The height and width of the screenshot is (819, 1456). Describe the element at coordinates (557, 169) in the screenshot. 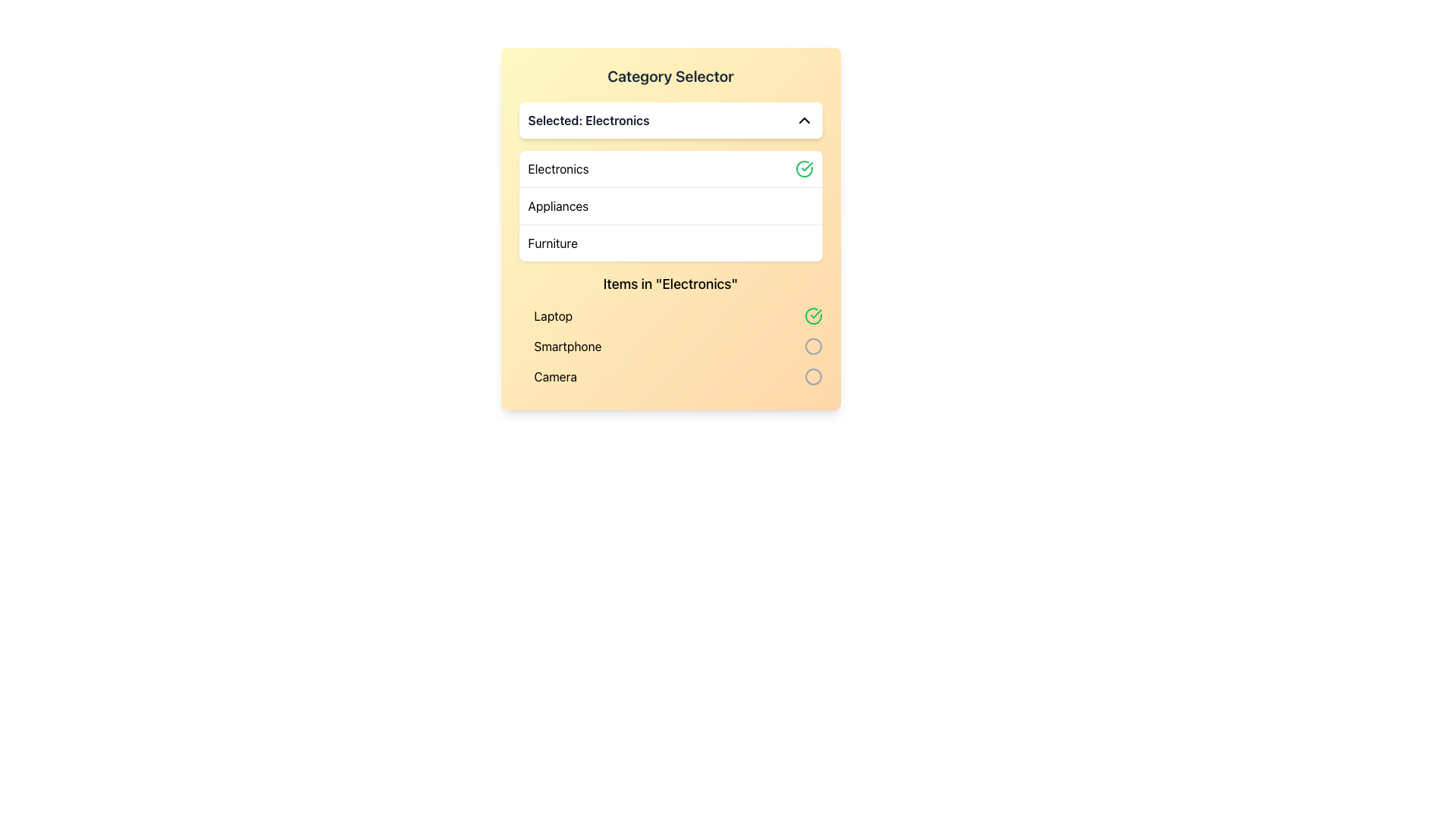

I see `the 'Electronics' text label in the Category Selector dropdown` at that location.